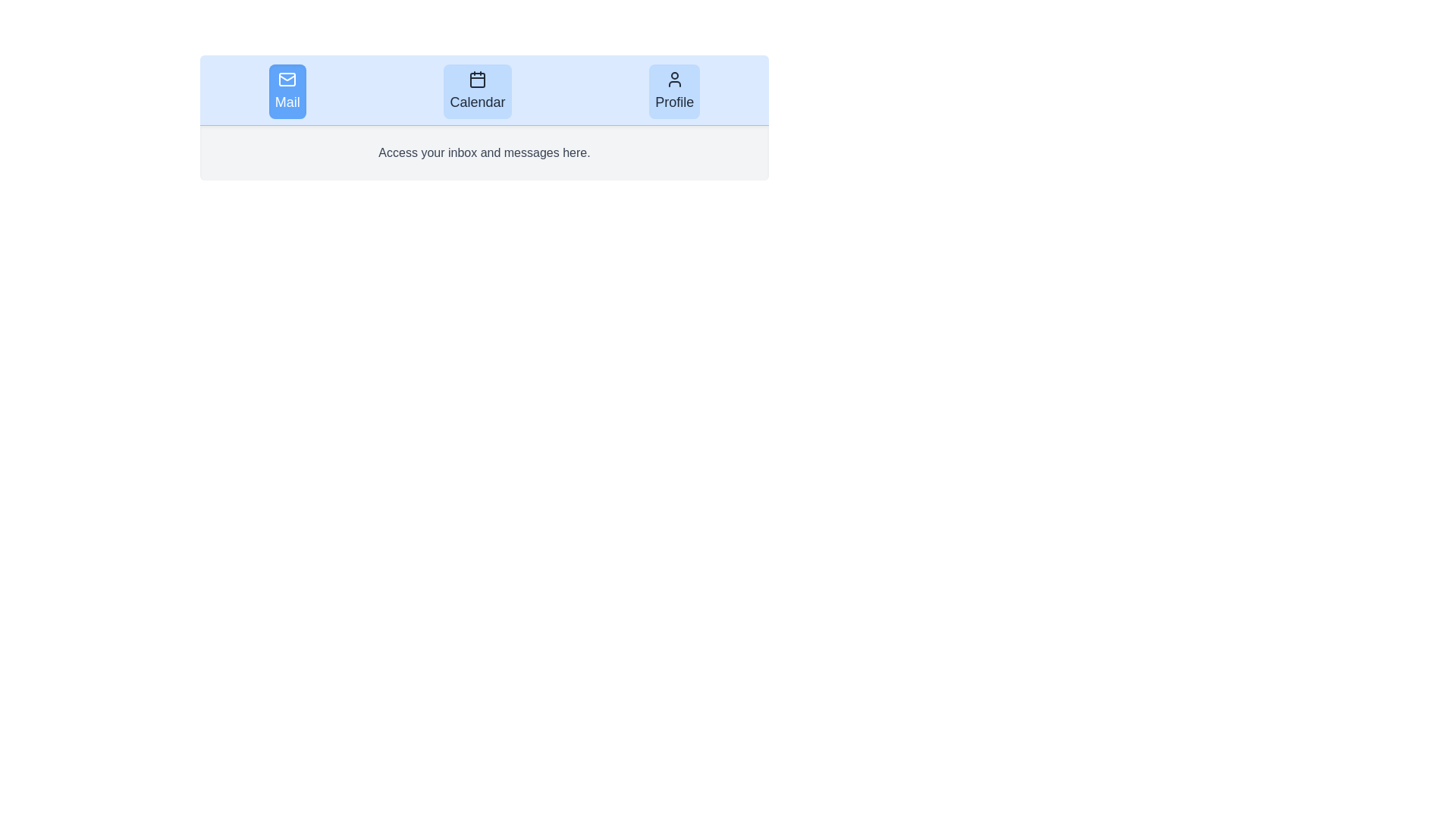  What do you see at coordinates (476, 91) in the screenshot?
I see `the Calendar tab to view its content` at bounding box center [476, 91].